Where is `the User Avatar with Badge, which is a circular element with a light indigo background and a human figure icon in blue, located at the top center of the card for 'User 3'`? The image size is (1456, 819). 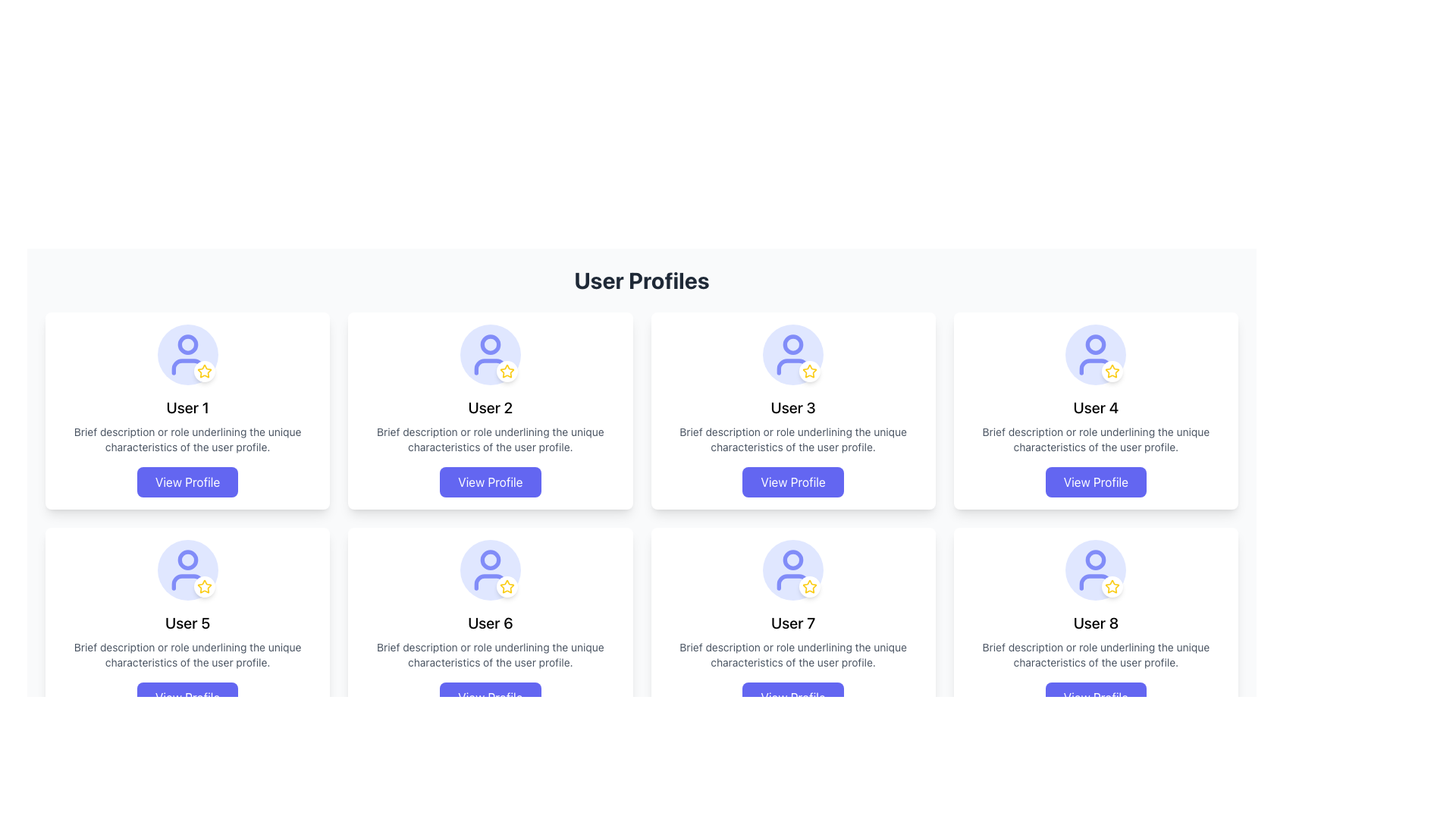
the User Avatar with Badge, which is a circular element with a light indigo background and a human figure icon in blue, located at the top center of the card for 'User 3' is located at coordinates (792, 354).